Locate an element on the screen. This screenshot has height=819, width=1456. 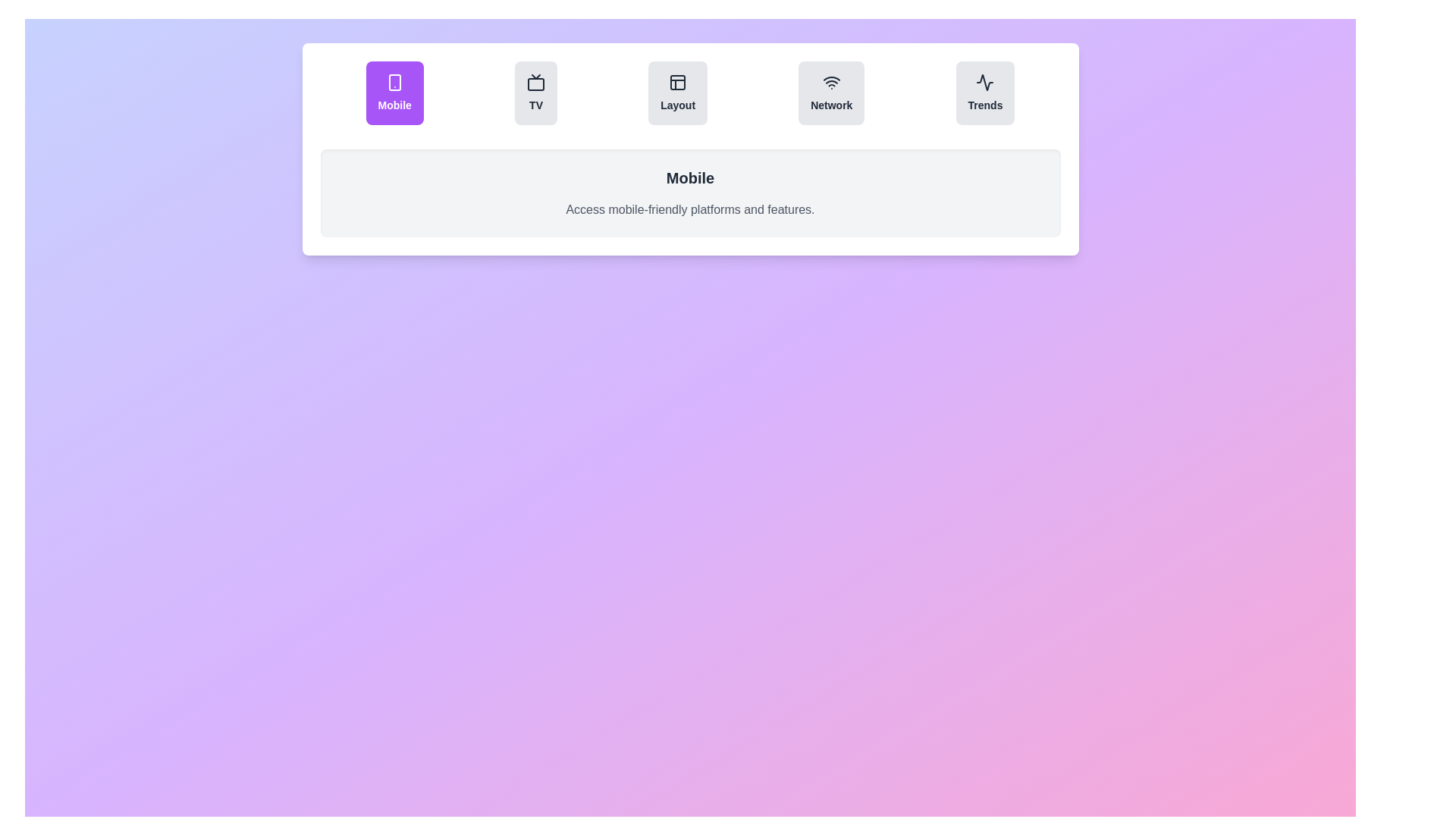
the icon resembling a simplified layout design, which is centrally located above the text label 'Layout' in the horizontal menu component is located at coordinates (677, 82).